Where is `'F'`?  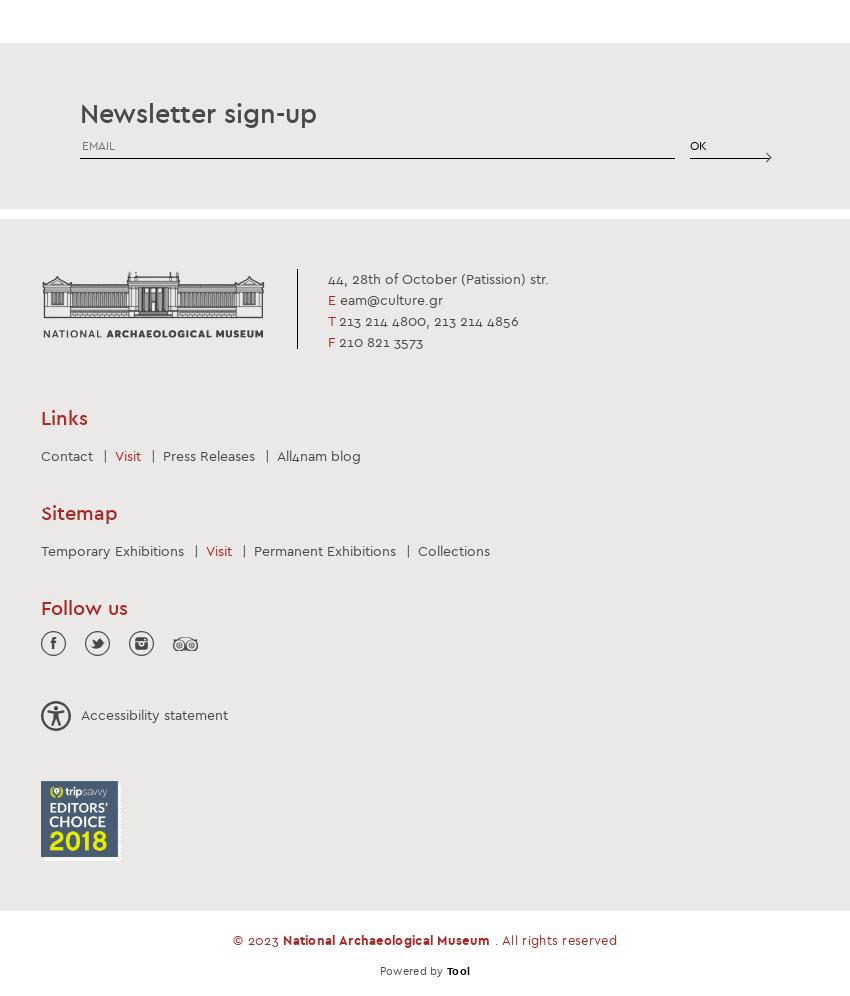 'F' is located at coordinates (328, 341).